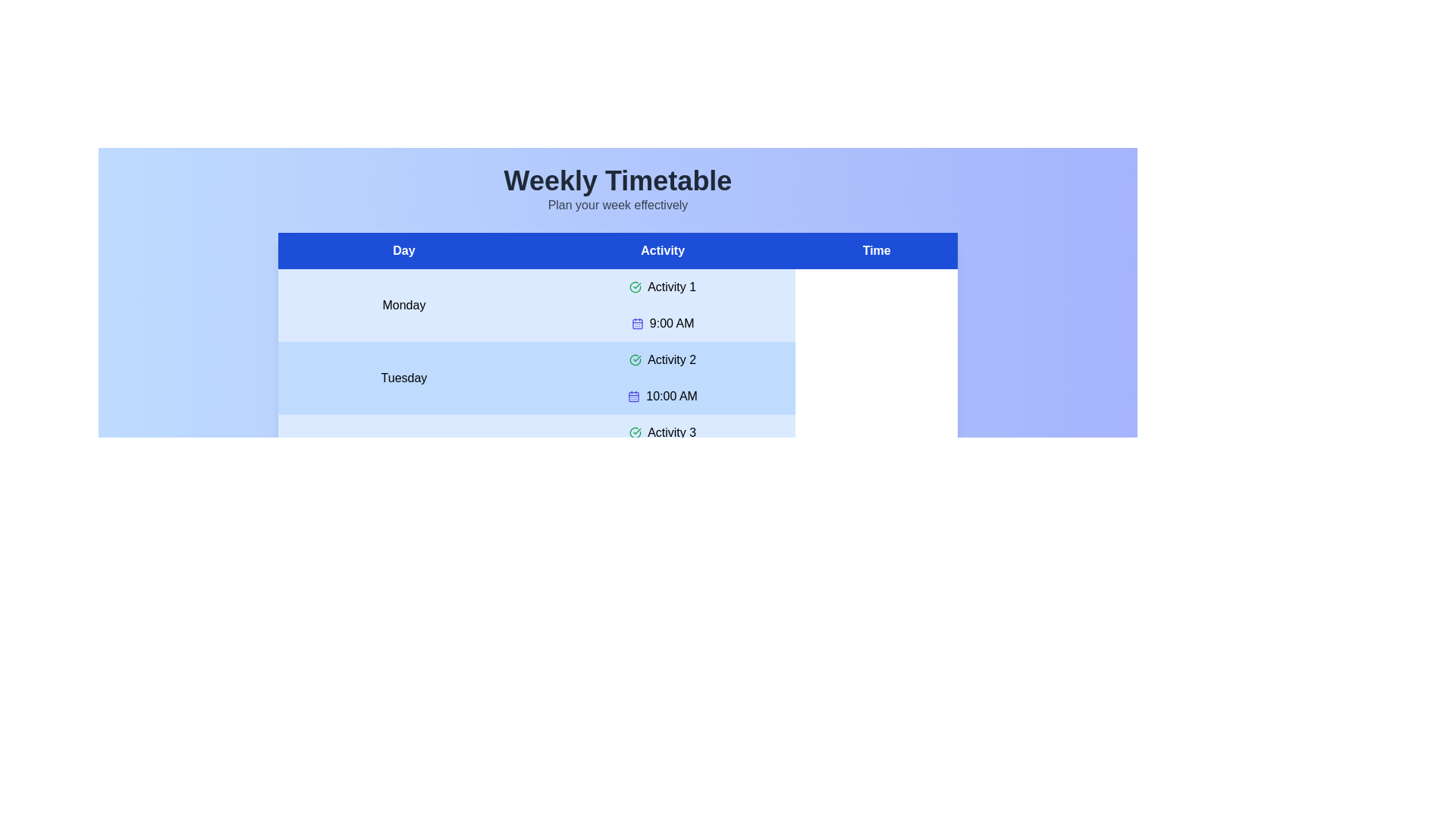  What do you see at coordinates (635, 287) in the screenshot?
I see `the Monday activity icon to view details` at bounding box center [635, 287].